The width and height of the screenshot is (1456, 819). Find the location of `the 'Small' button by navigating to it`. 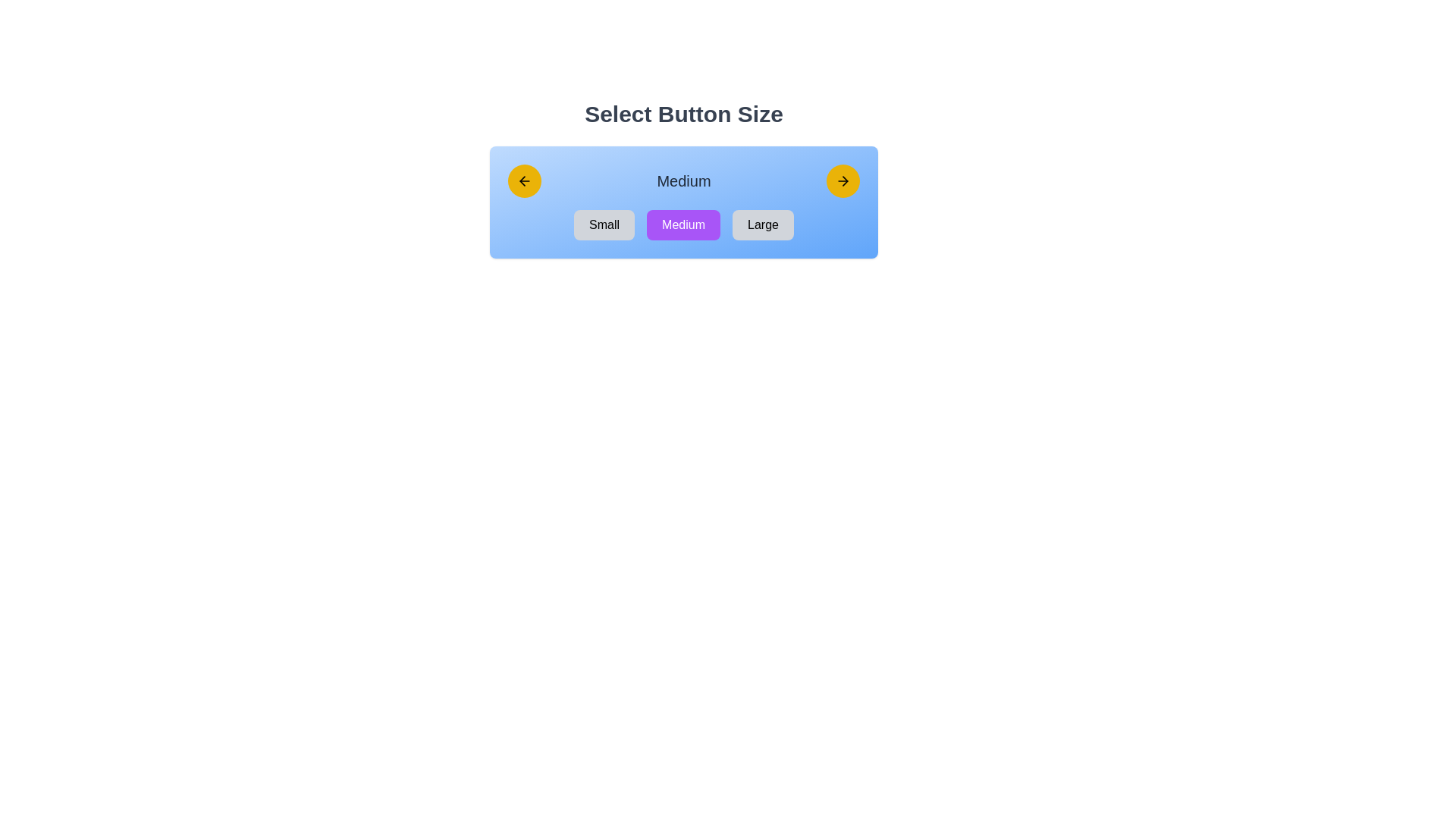

the 'Small' button by navigating to it is located at coordinates (604, 225).